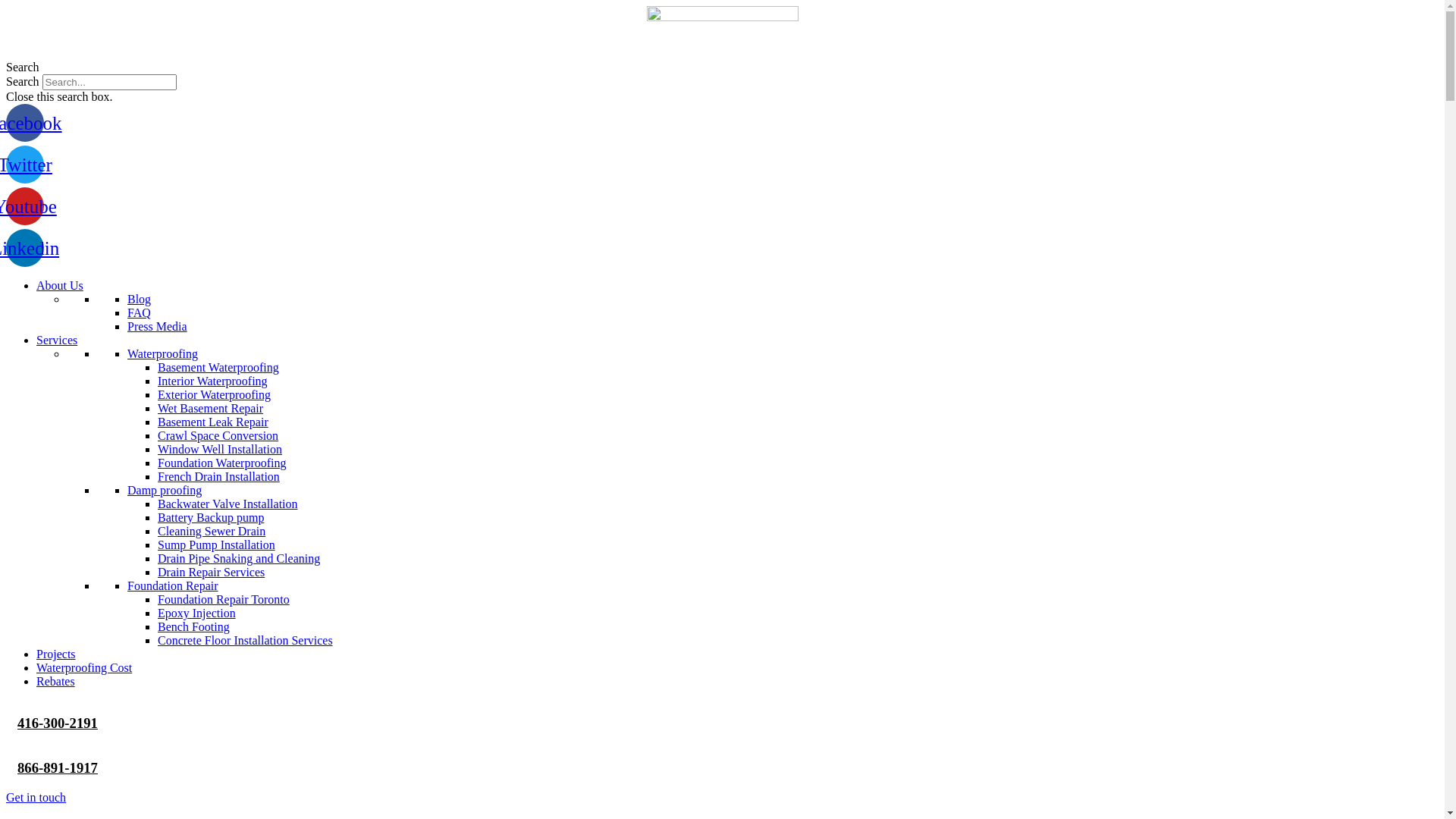 This screenshot has height=819, width=1456. Describe the element at coordinates (25, 206) in the screenshot. I see `'Youtube'` at that location.